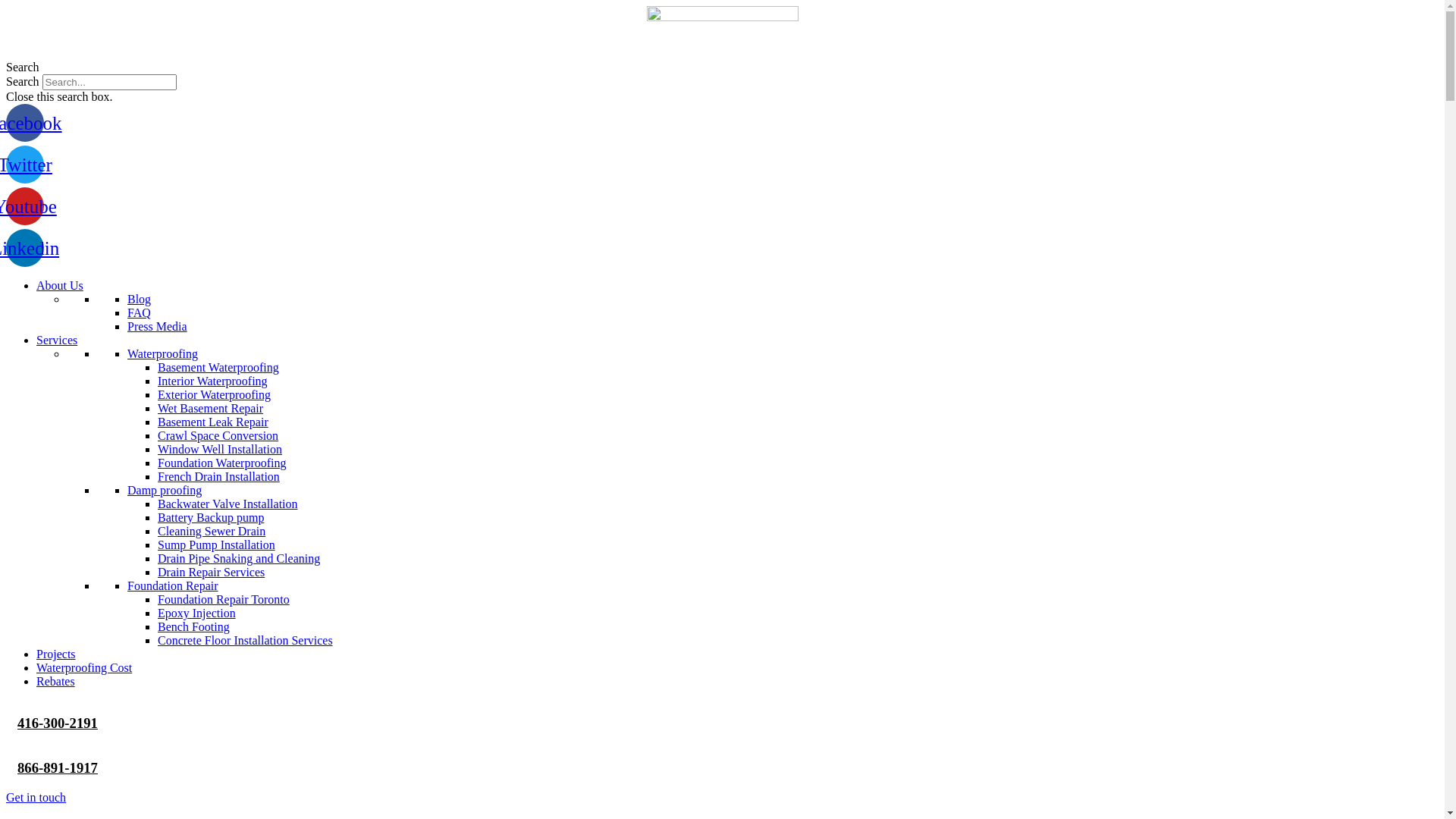 This screenshot has height=819, width=1456. Describe the element at coordinates (25, 206) in the screenshot. I see `'Youtube'` at that location.